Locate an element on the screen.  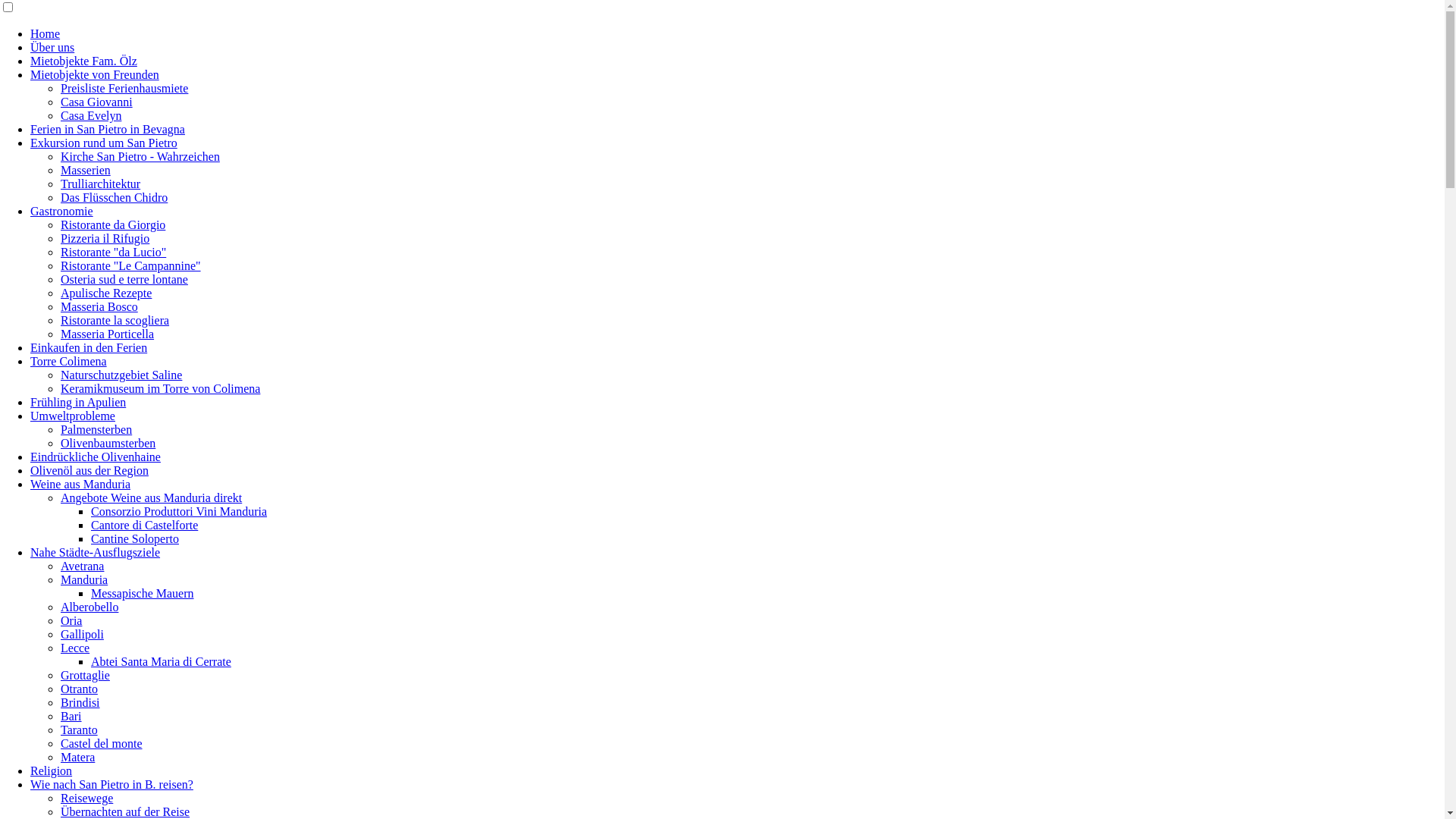
'Torre Colimena' is located at coordinates (67, 361).